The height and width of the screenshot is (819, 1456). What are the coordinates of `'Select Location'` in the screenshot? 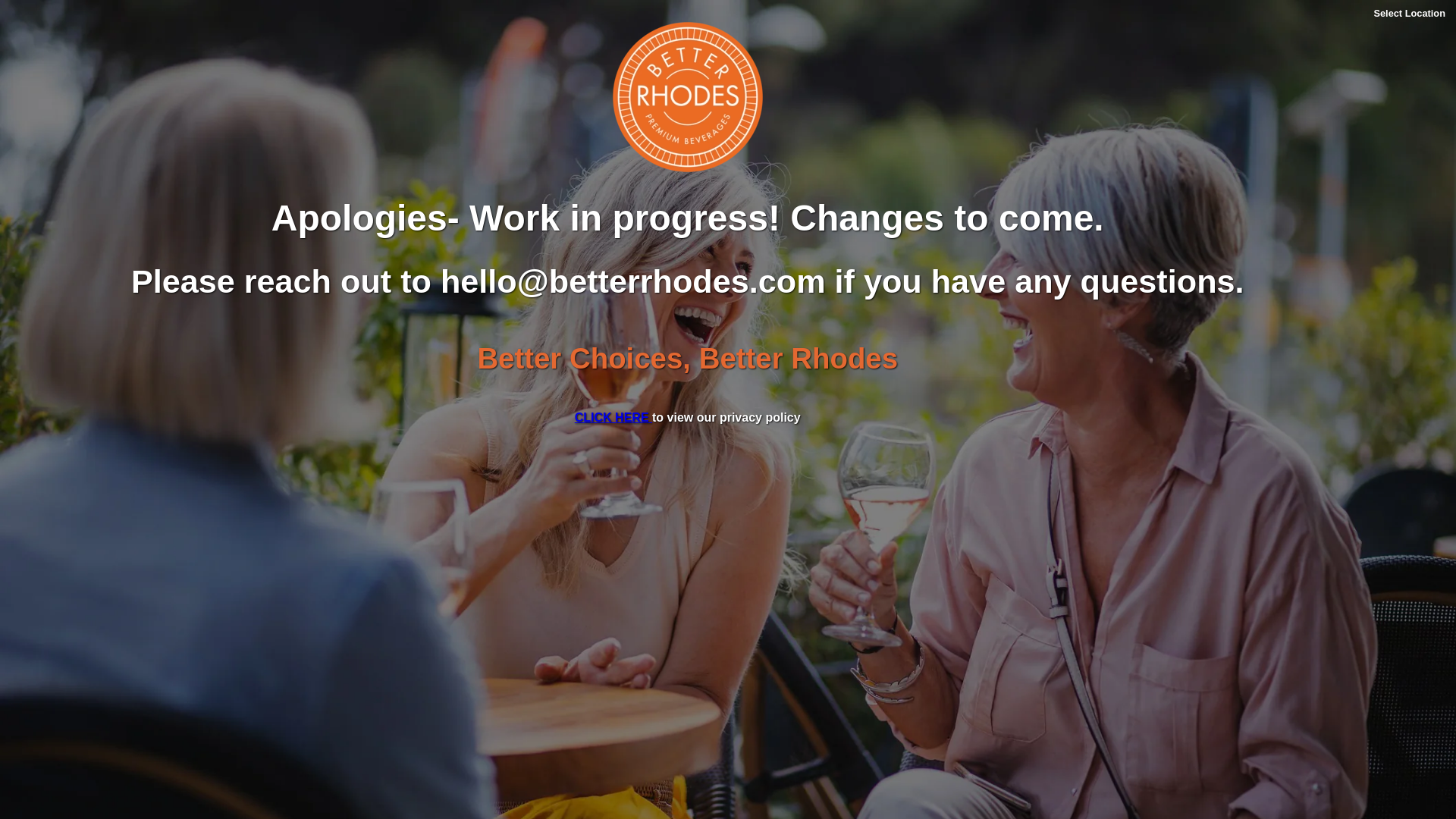 It's located at (1408, 13).